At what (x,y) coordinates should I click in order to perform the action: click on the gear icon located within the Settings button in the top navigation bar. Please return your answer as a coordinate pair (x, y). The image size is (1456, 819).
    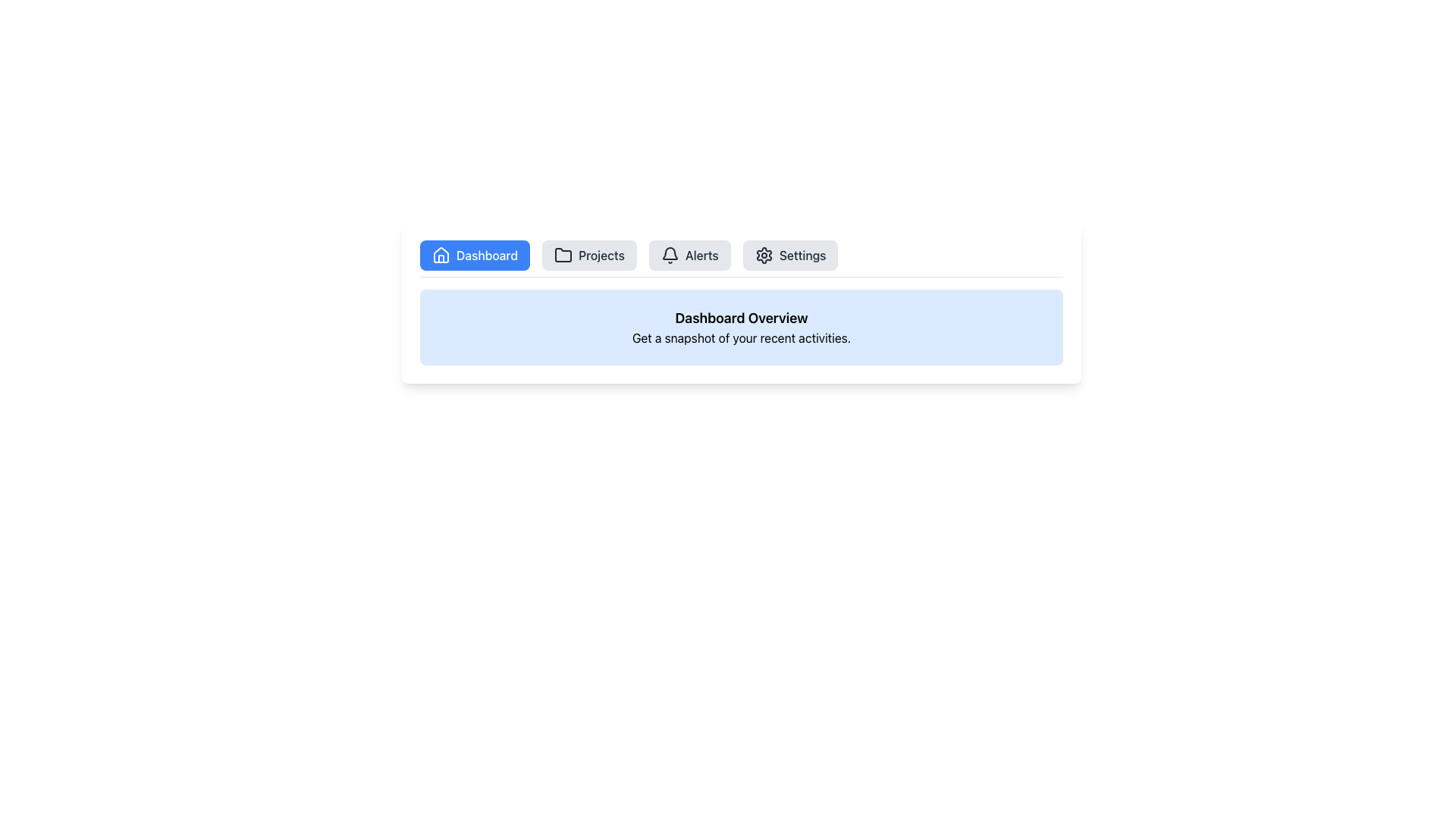
    Looking at the image, I should click on (764, 254).